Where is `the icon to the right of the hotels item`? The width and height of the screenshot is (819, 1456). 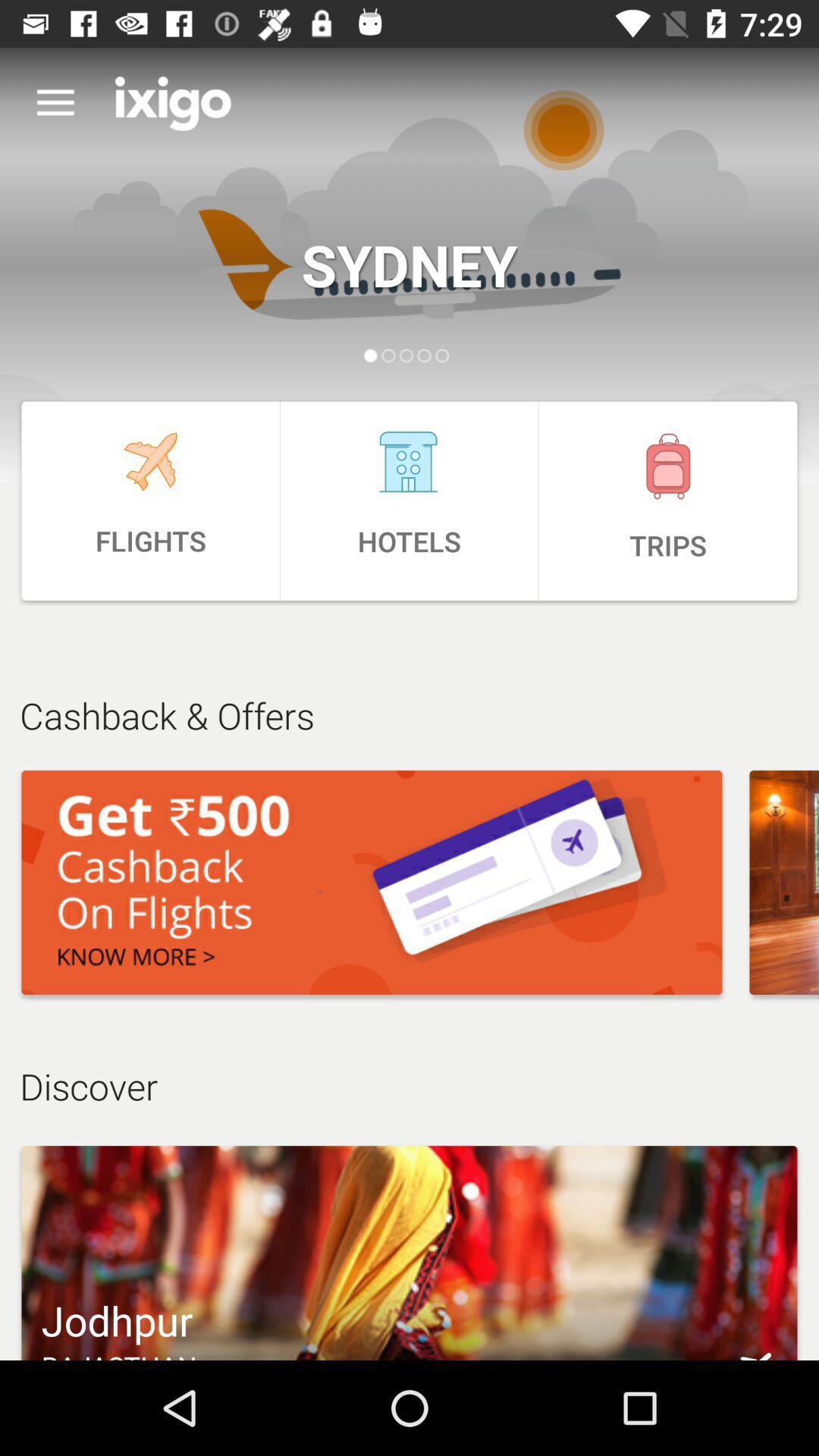 the icon to the right of the hotels item is located at coordinates (667, 500).